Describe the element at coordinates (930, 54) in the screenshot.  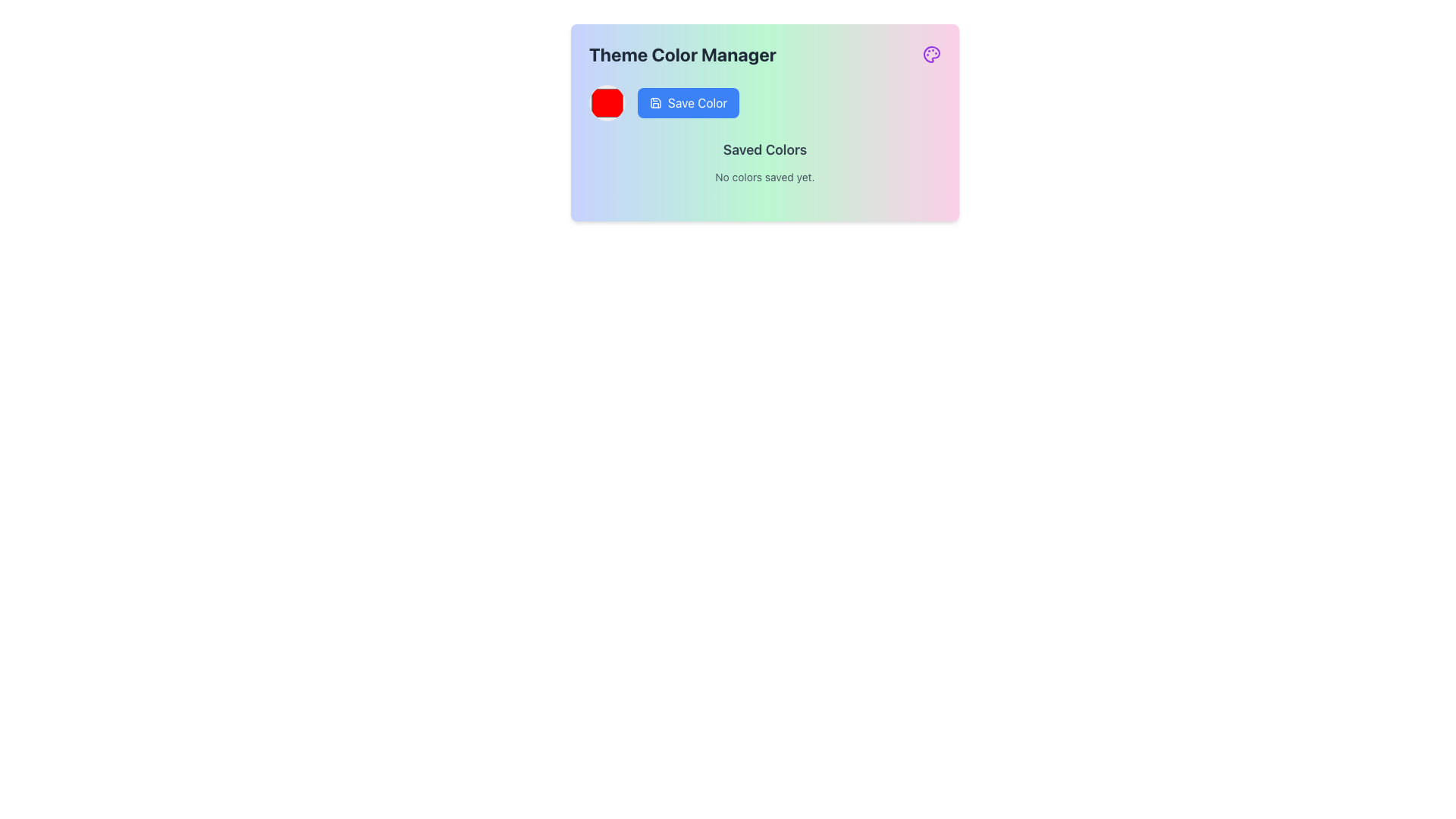
I see `the outer border of the palette icon, which is a circular SVG element with a purple hue located in the top-right corner of the 'Theme Color Manager' UI card` at that location.